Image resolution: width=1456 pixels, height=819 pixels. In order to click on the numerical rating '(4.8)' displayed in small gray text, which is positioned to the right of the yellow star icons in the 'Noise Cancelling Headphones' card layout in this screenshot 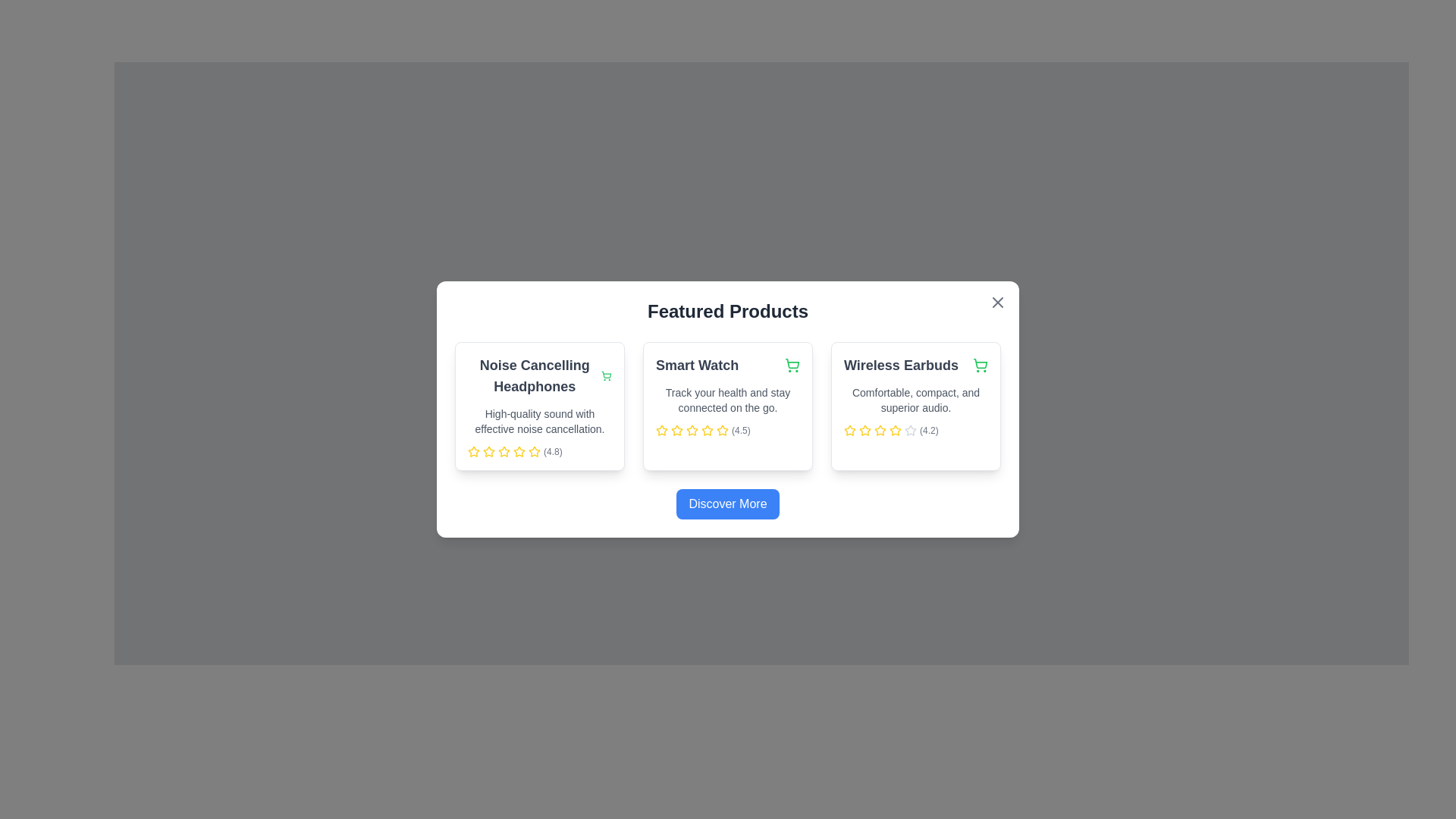, I will do `click(552, 451)`.